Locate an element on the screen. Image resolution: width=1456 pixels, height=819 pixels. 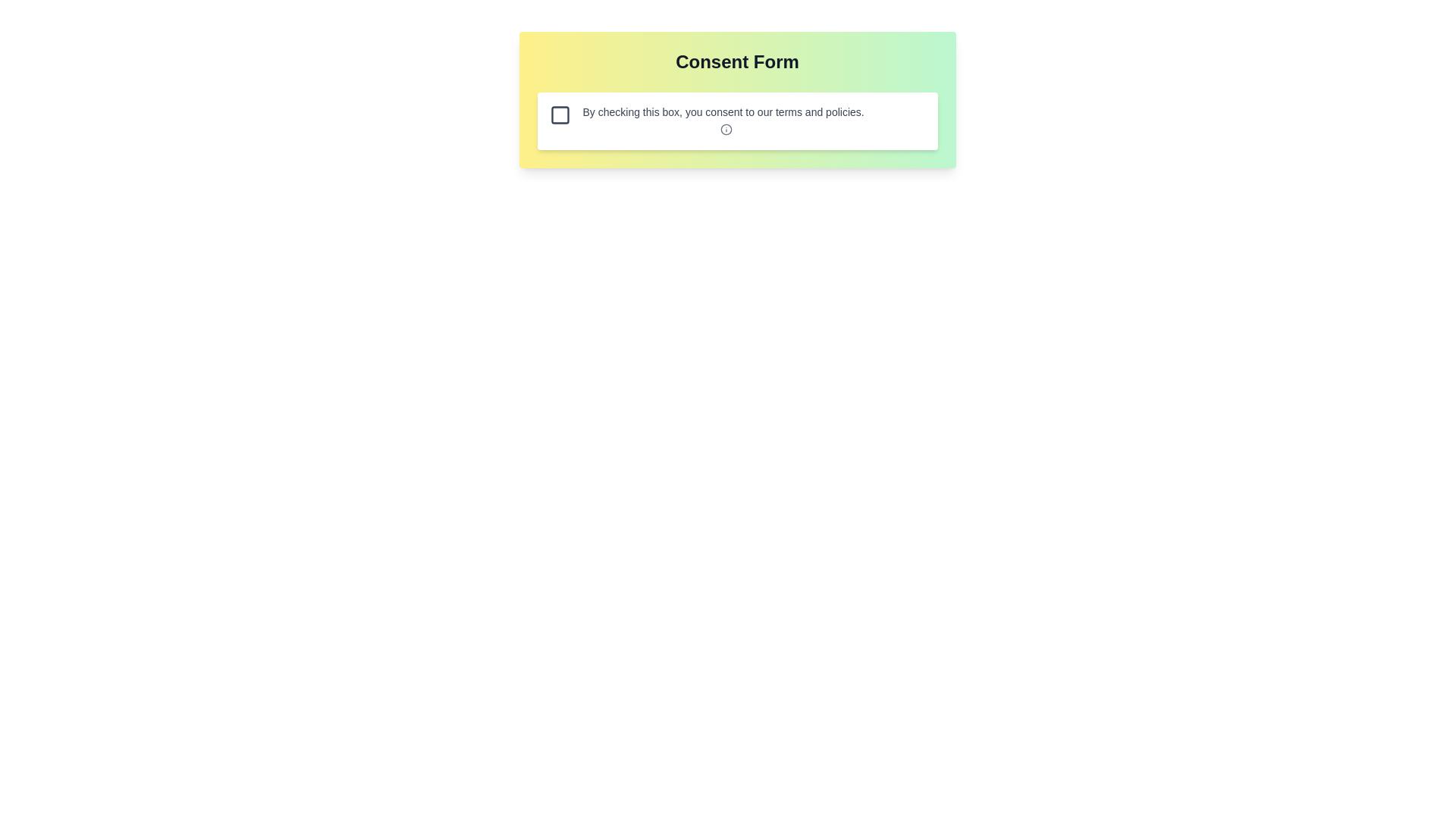
the information icon located to the right of the text 'By checking this box, you consent to our terms and policies.' is located at coordinates (726, 128).